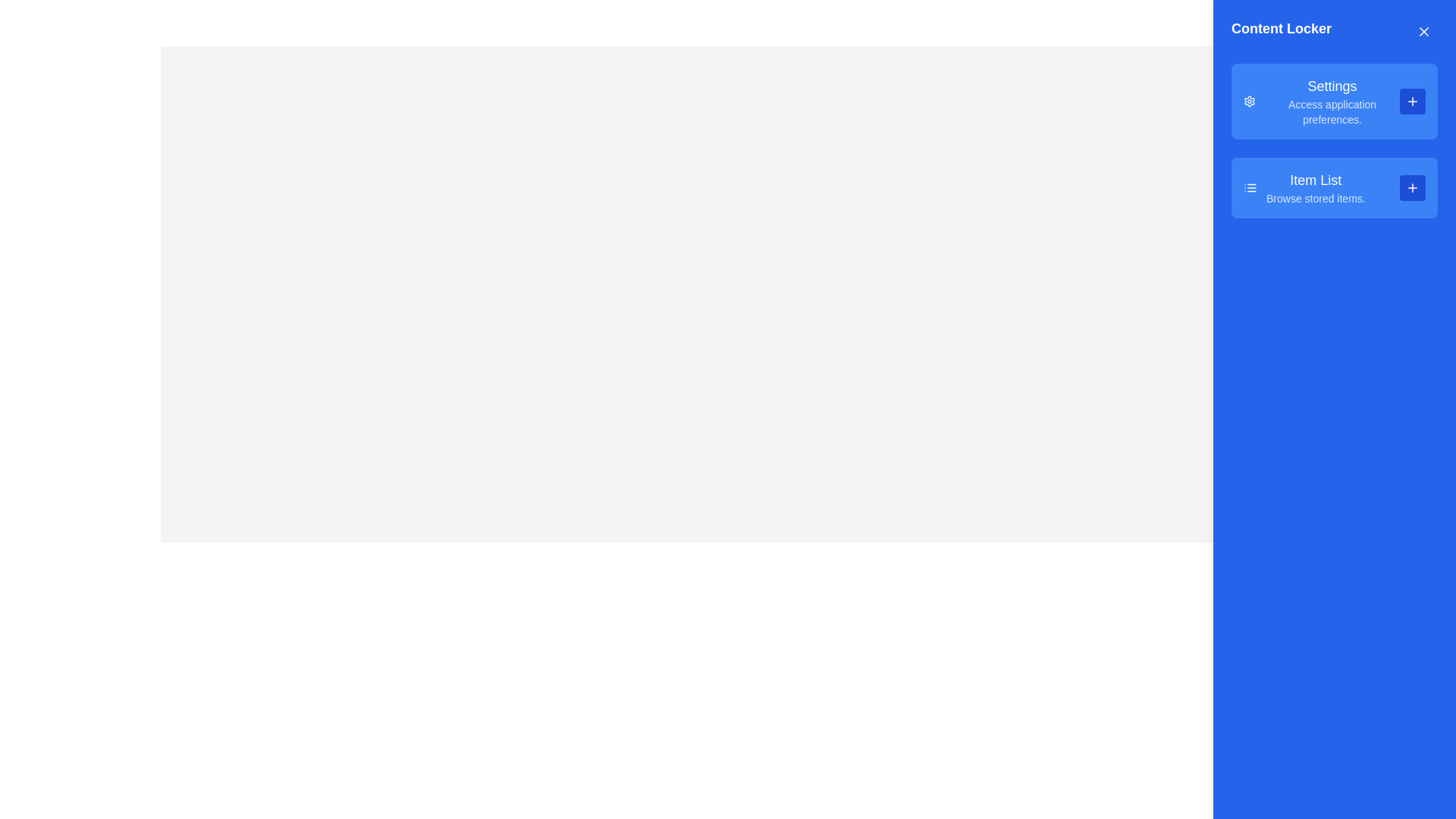  Describe the element at coordinates (1423, 32) in the screenshot. I see `the blue rounded square button with an 'X' symbol` at that location.